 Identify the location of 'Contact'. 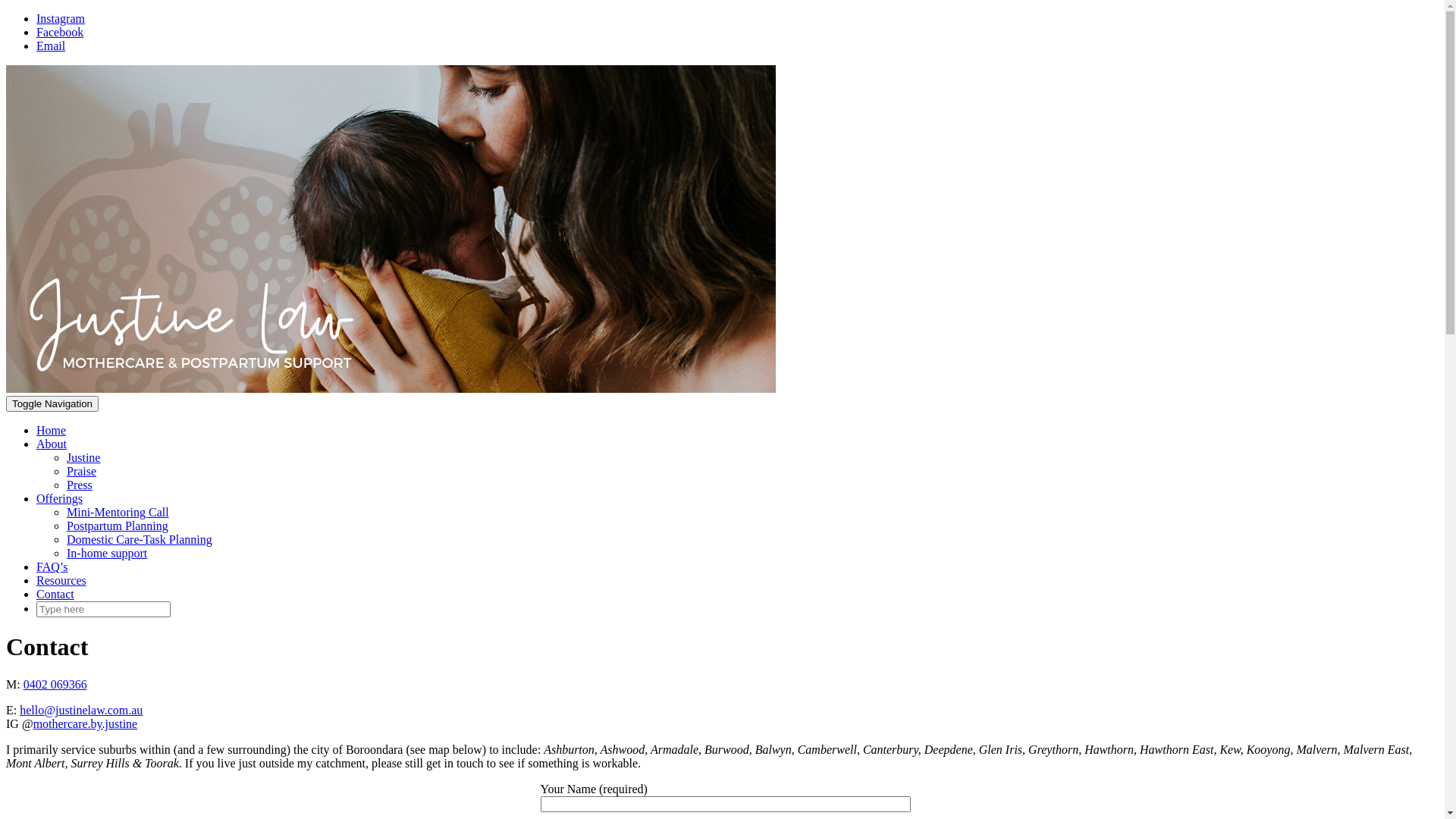
(55, 593).